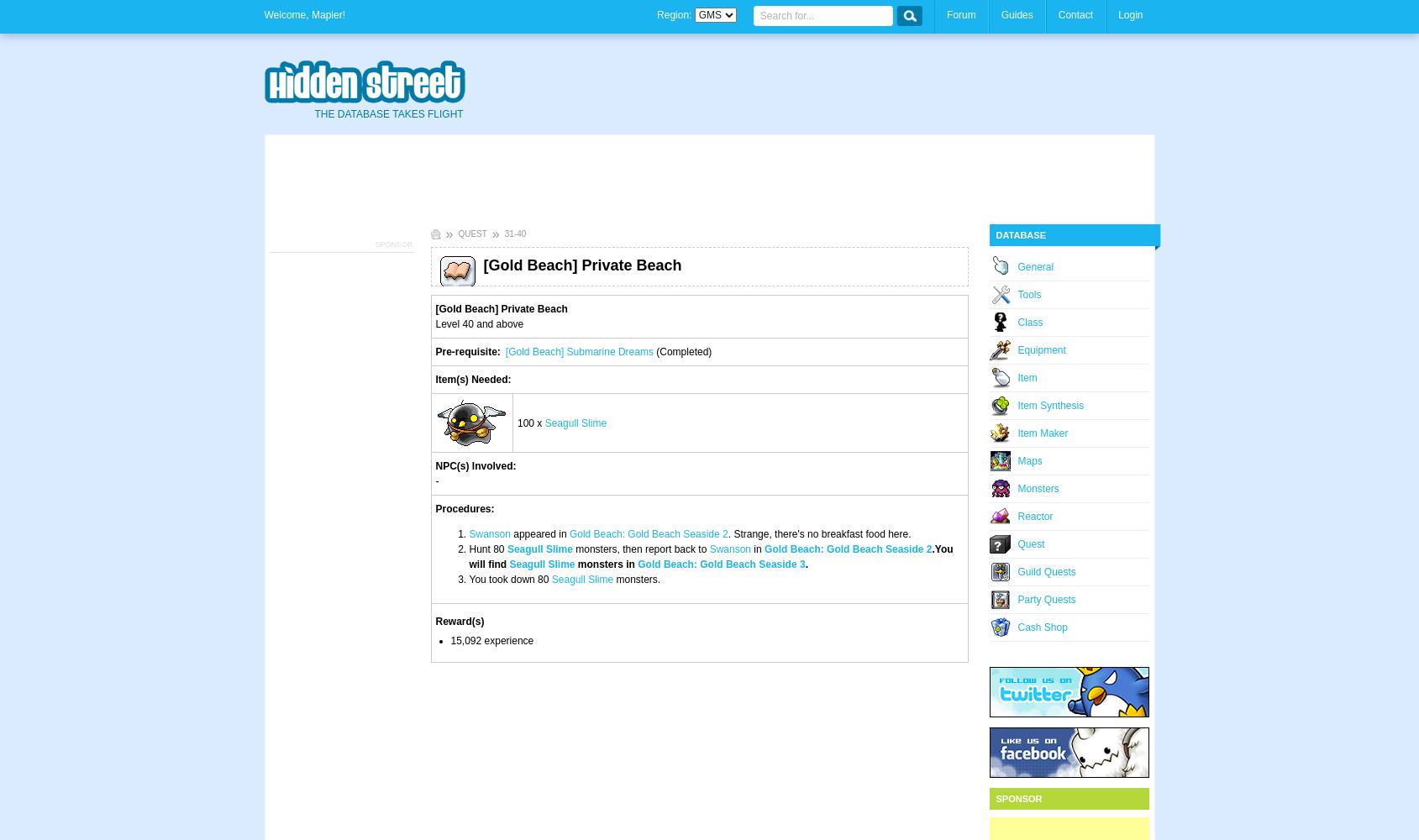 This screenshot has width=1419, height=840. I want to click on 'Level 40 and above', so click(478, 324).